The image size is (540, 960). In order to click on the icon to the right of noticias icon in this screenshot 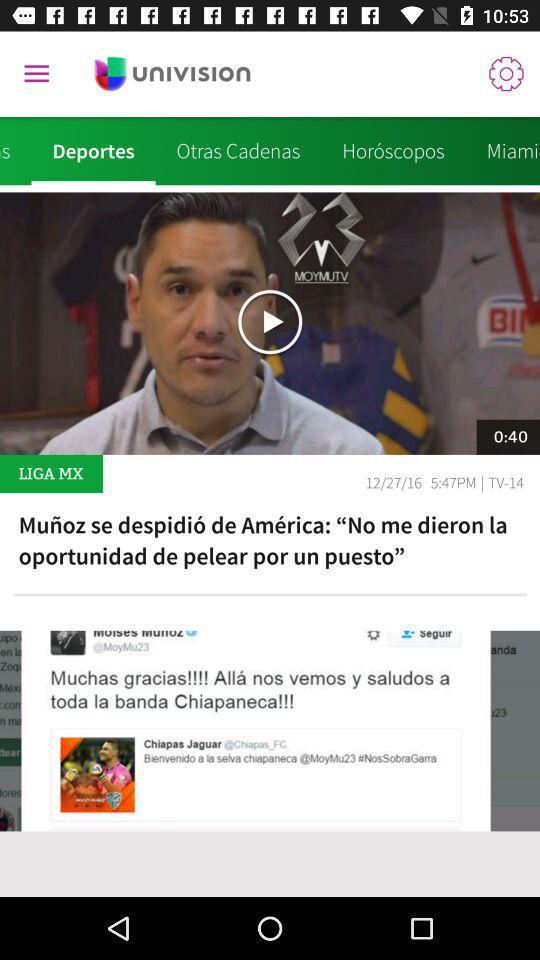, I will do `click(92, 150)`.